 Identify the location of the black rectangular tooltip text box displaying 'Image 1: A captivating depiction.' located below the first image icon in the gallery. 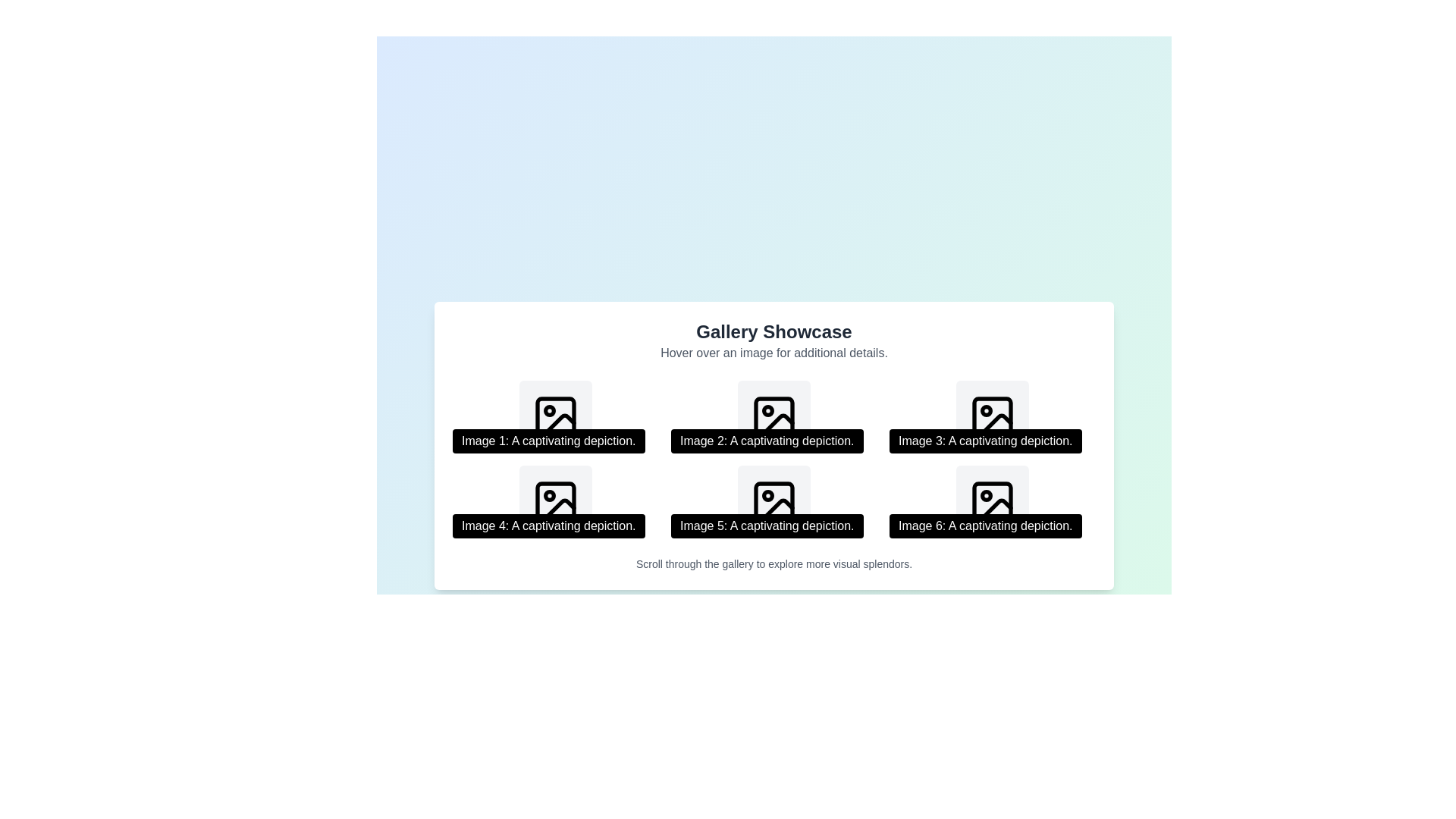
(555, 417).